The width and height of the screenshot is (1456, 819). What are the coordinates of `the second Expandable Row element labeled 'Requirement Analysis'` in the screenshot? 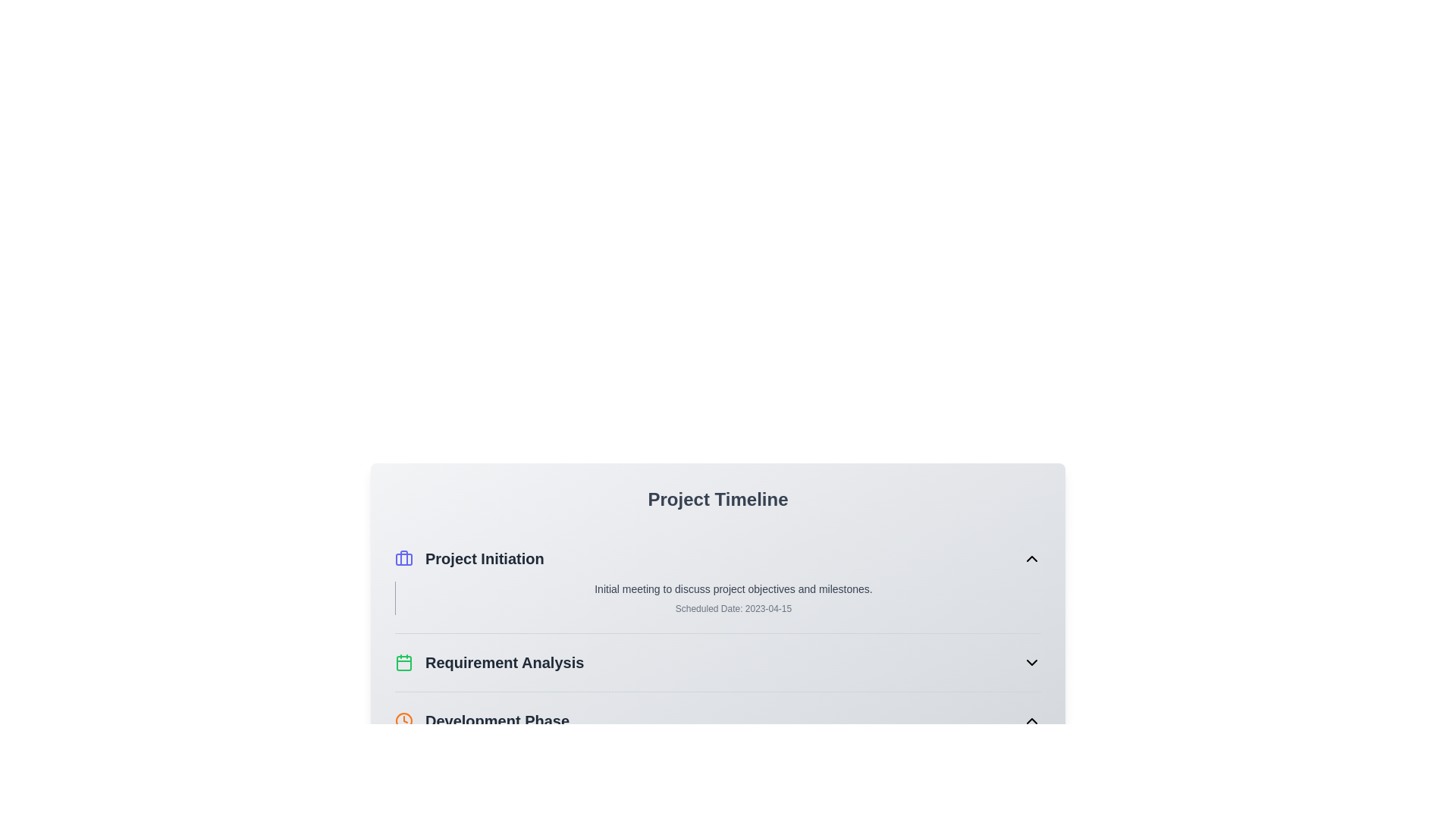 It's located at (717, 662).